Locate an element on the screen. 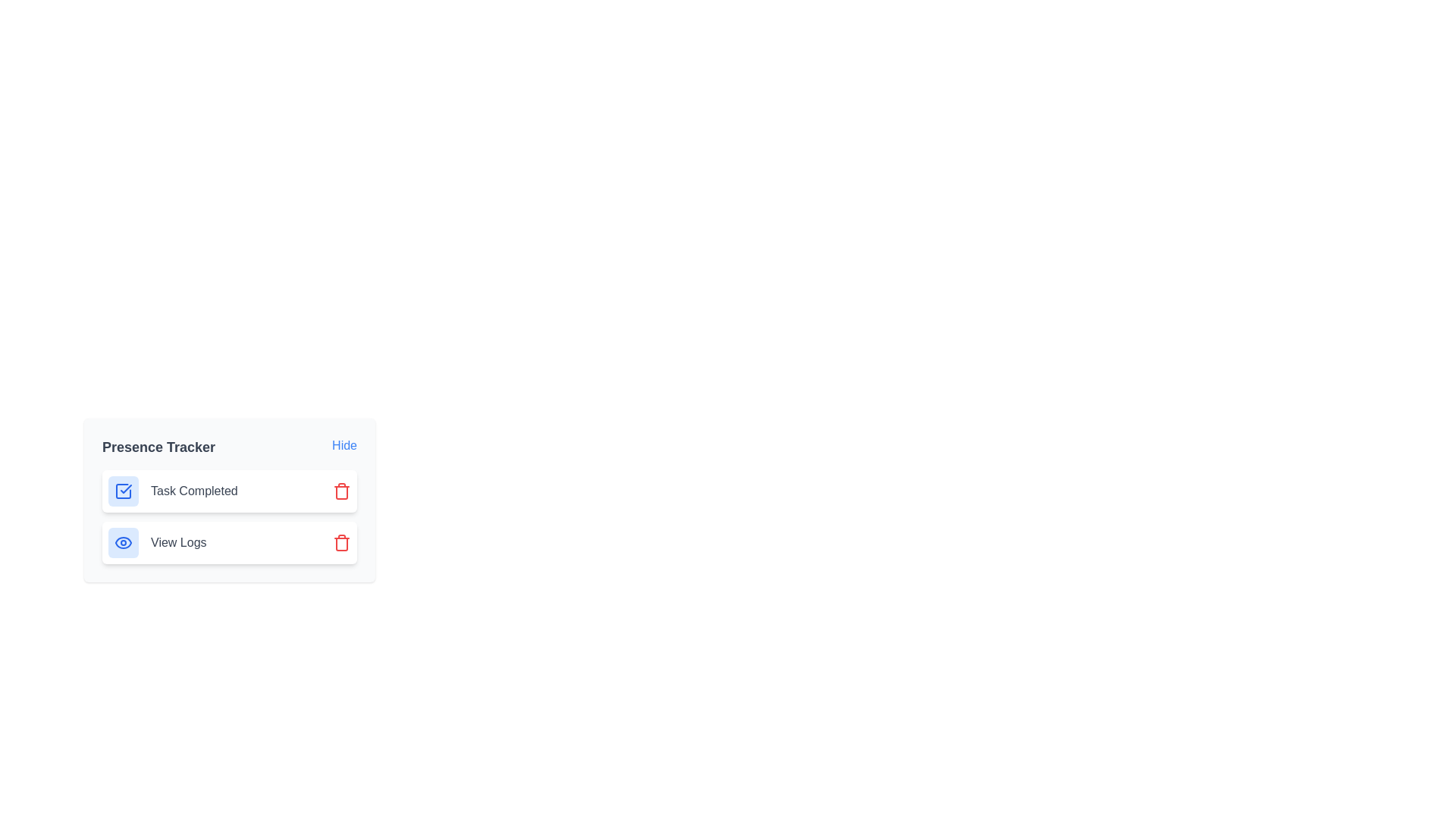  the check mark icon indicating 'Task Completed' located in the 'Presence Tracker' section, positioned to the left of the text label in the first list item is located at coordinates (124, 491).